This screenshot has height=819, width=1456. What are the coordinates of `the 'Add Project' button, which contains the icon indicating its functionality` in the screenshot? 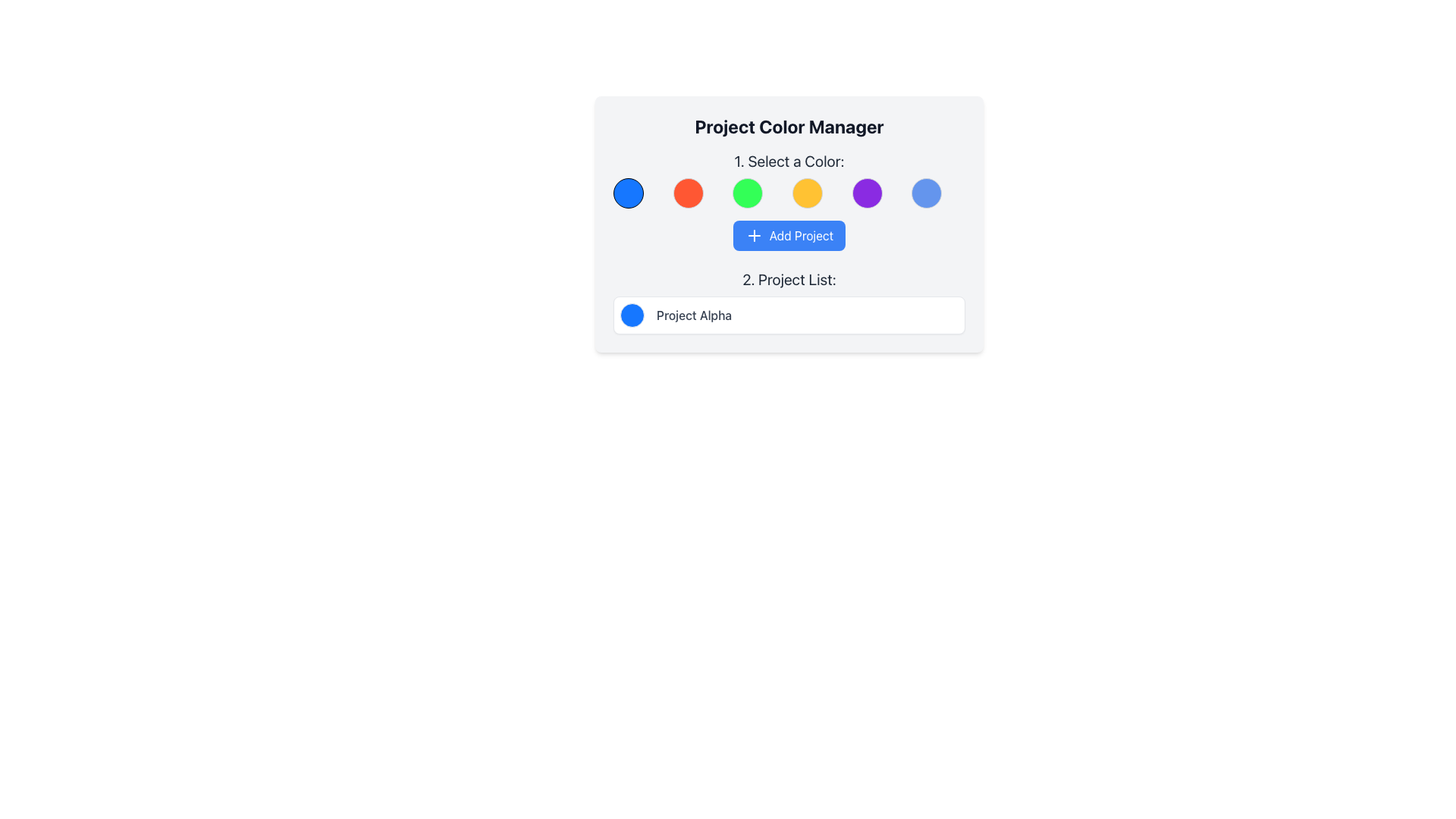 It's located at (754, 236).